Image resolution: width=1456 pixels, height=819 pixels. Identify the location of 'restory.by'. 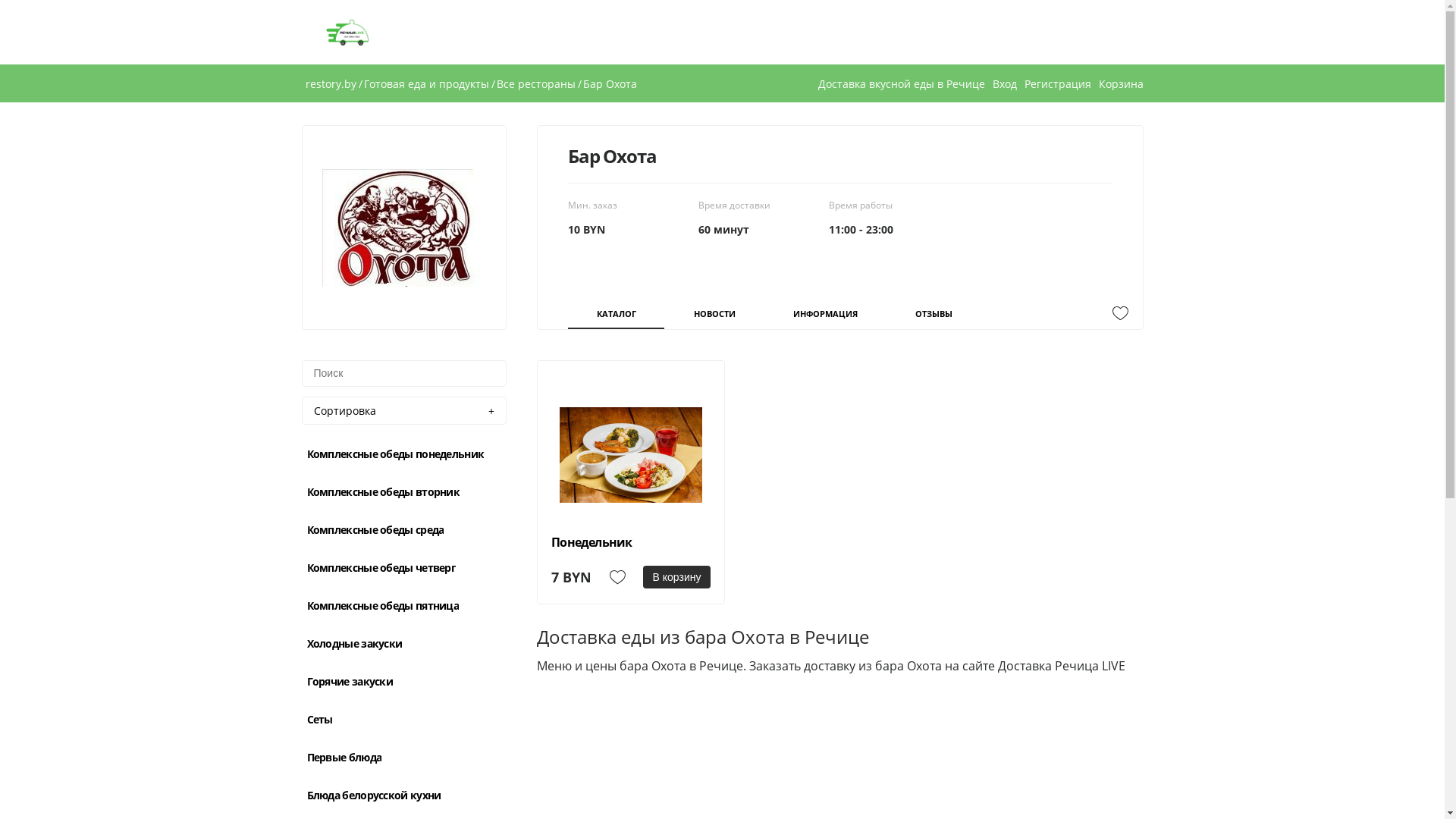
(304, 83).